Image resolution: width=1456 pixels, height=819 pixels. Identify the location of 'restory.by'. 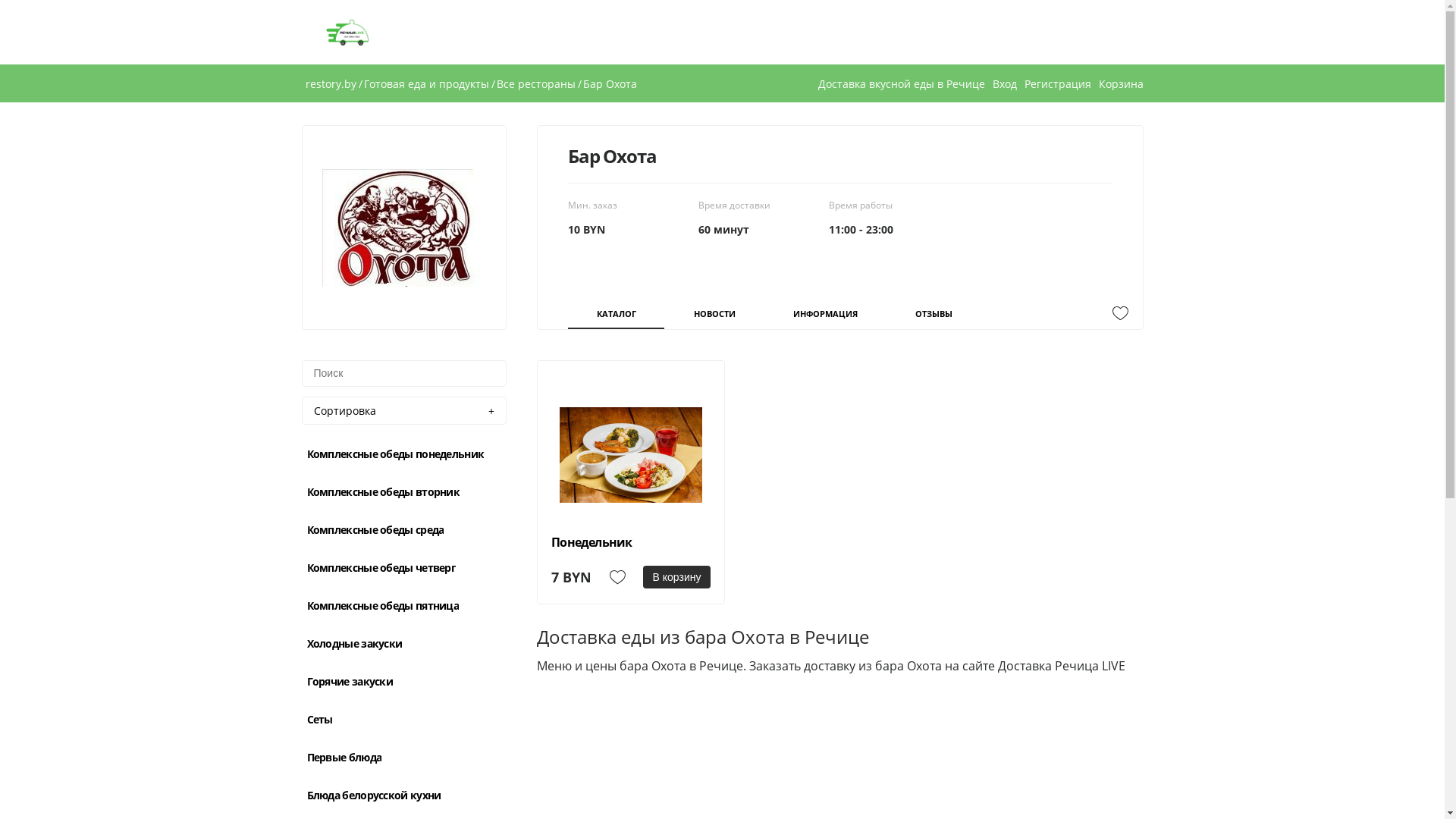
(304, 83).